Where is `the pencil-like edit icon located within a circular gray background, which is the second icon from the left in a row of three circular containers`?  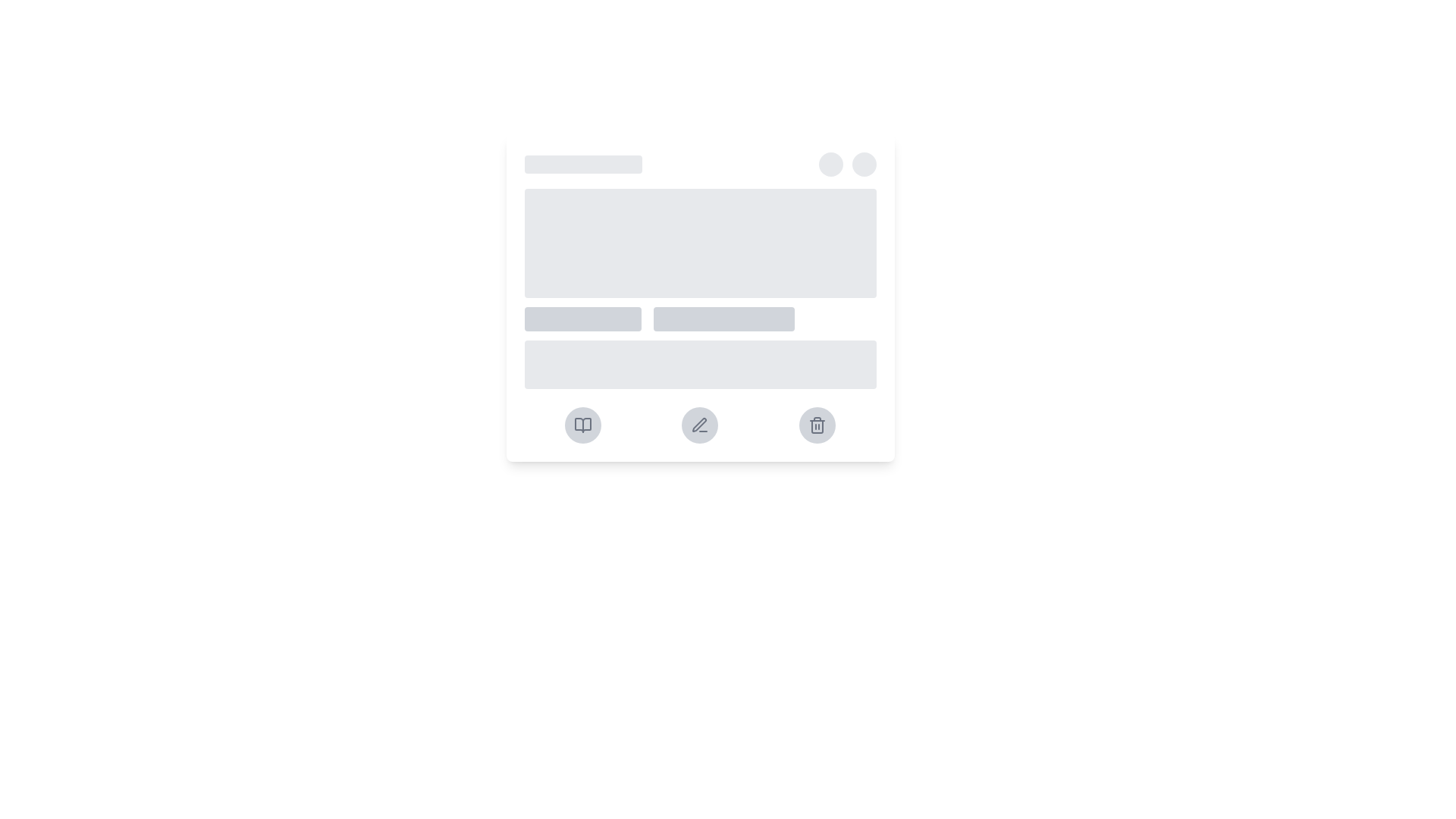
the pencil-like edit icon located within a circular gray background, which is the second icon from the left in a row of three circular containers is located at coordinates (699, 425).